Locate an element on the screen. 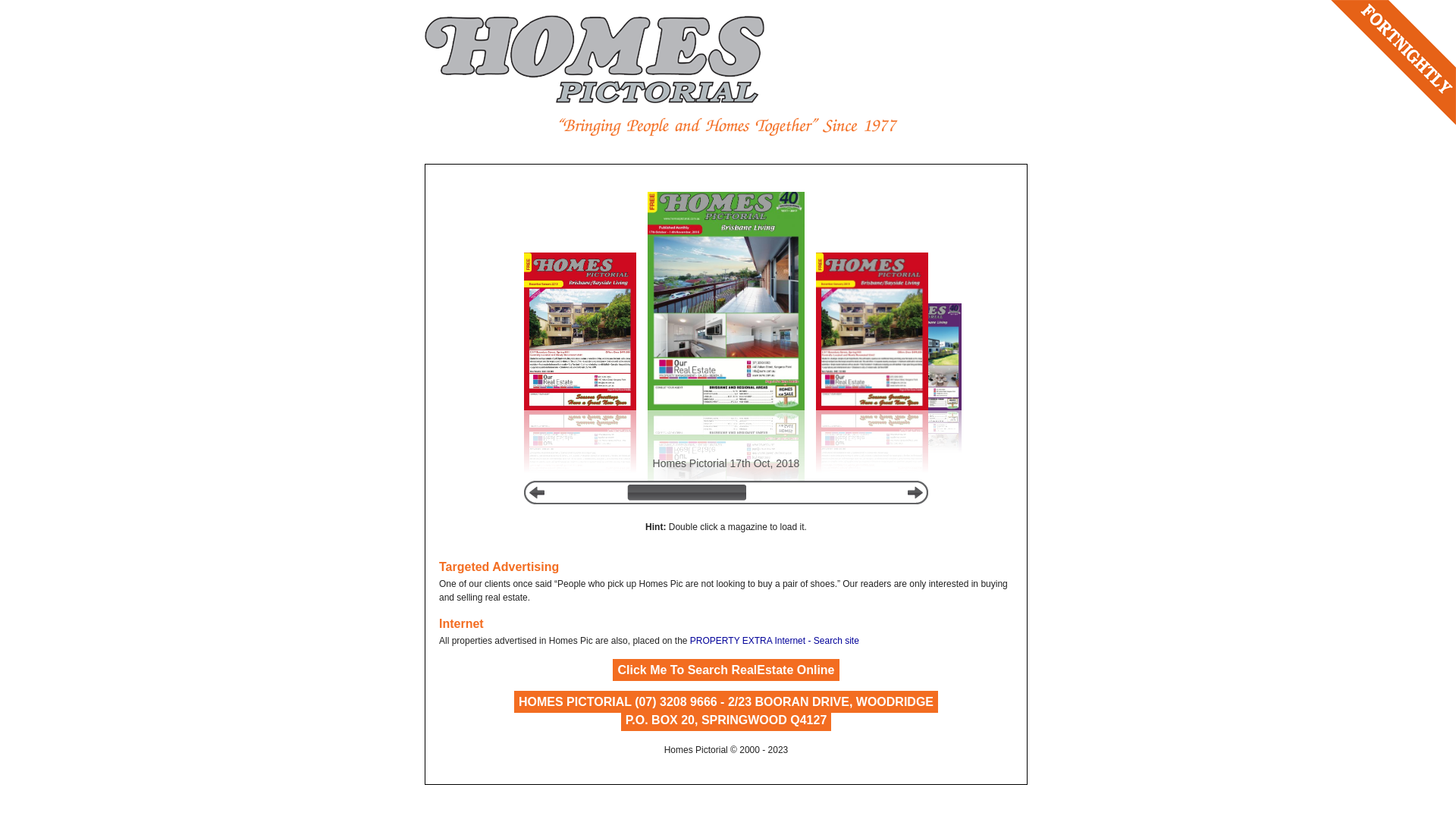  'Bringing People and Homes Together since 1977' is located at coordinates (726, 126).